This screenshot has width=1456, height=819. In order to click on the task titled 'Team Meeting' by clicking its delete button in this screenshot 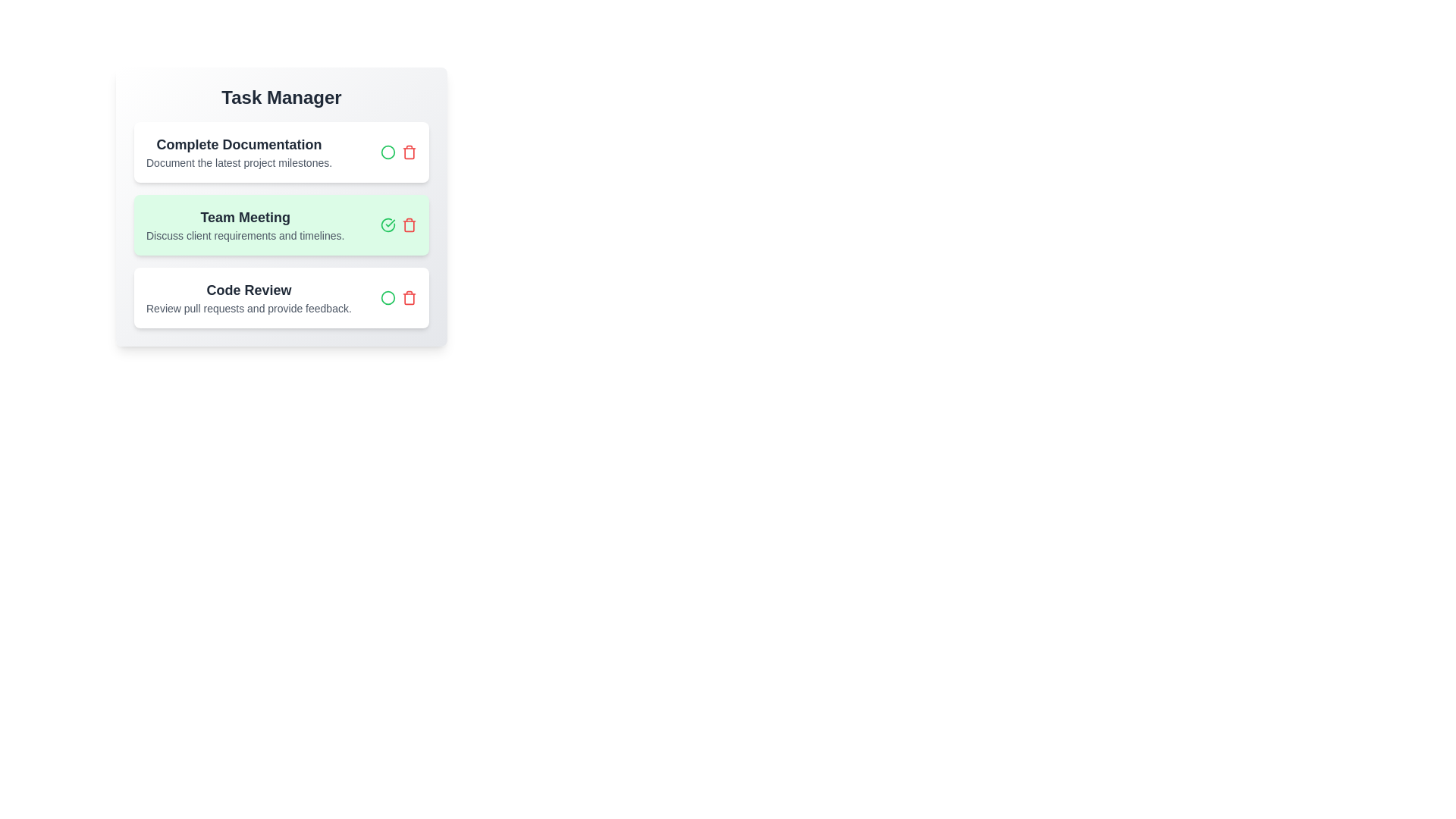, I will do `click(409, 225)`.